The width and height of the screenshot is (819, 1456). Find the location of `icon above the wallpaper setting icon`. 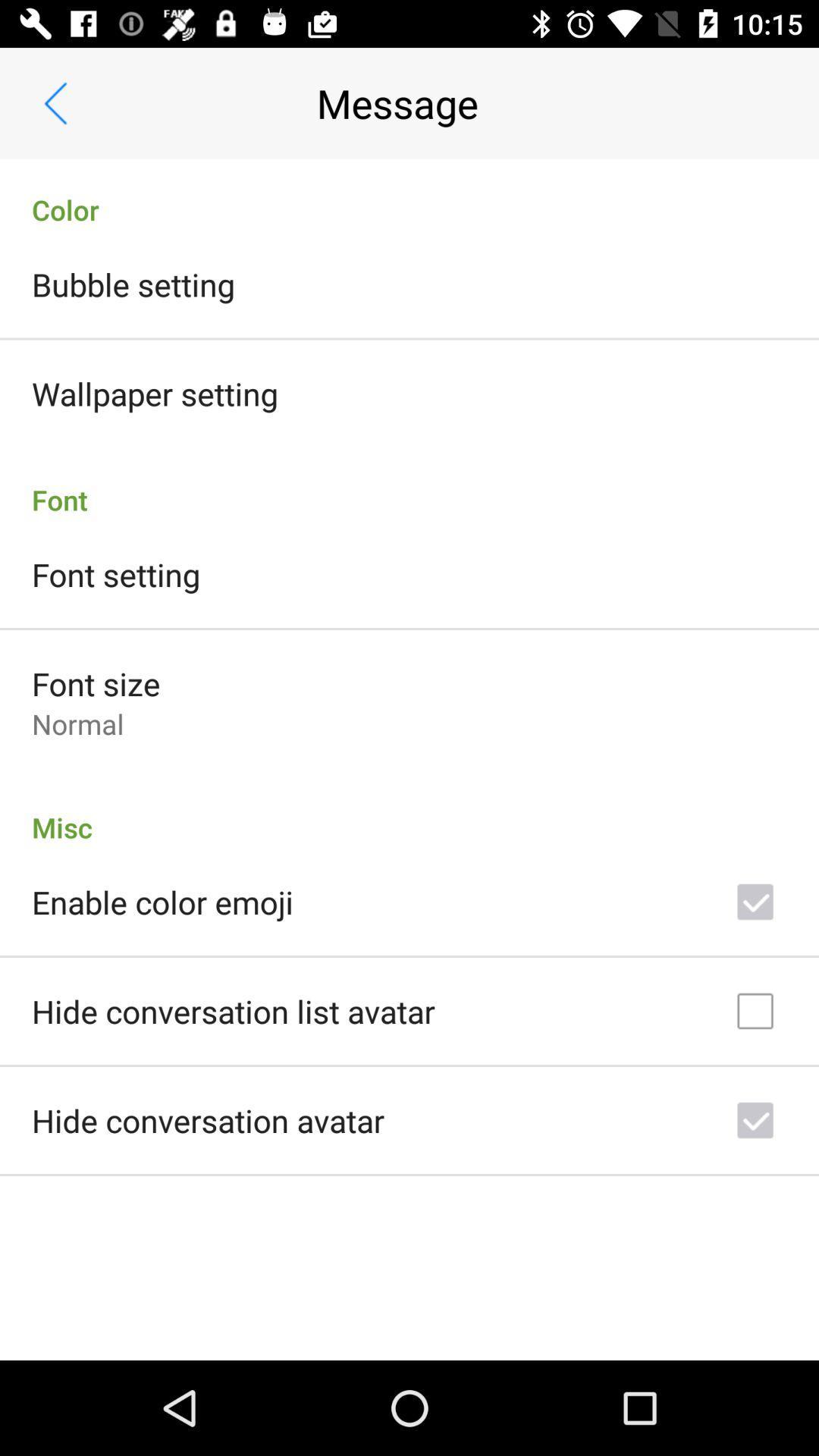

icon above the wallpaper setting icon is located at coordinates (132, 284).